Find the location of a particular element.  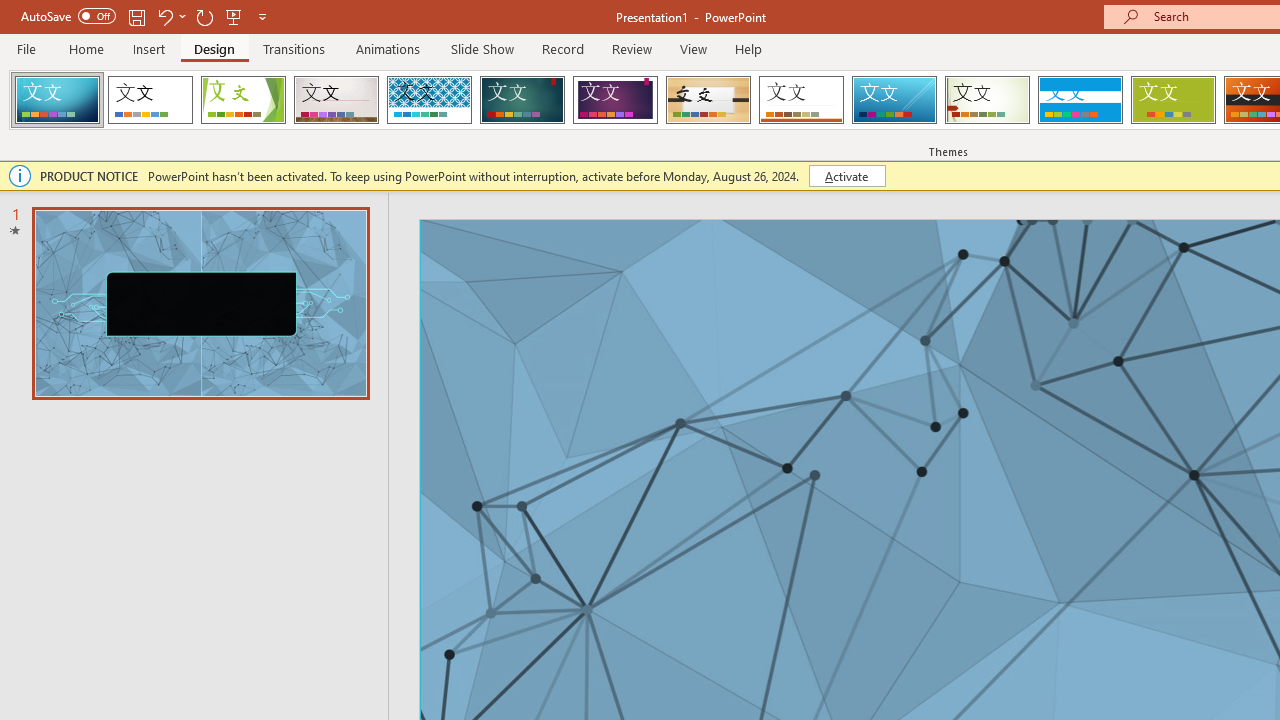

'Organic' is located at coordinates (708, 100).